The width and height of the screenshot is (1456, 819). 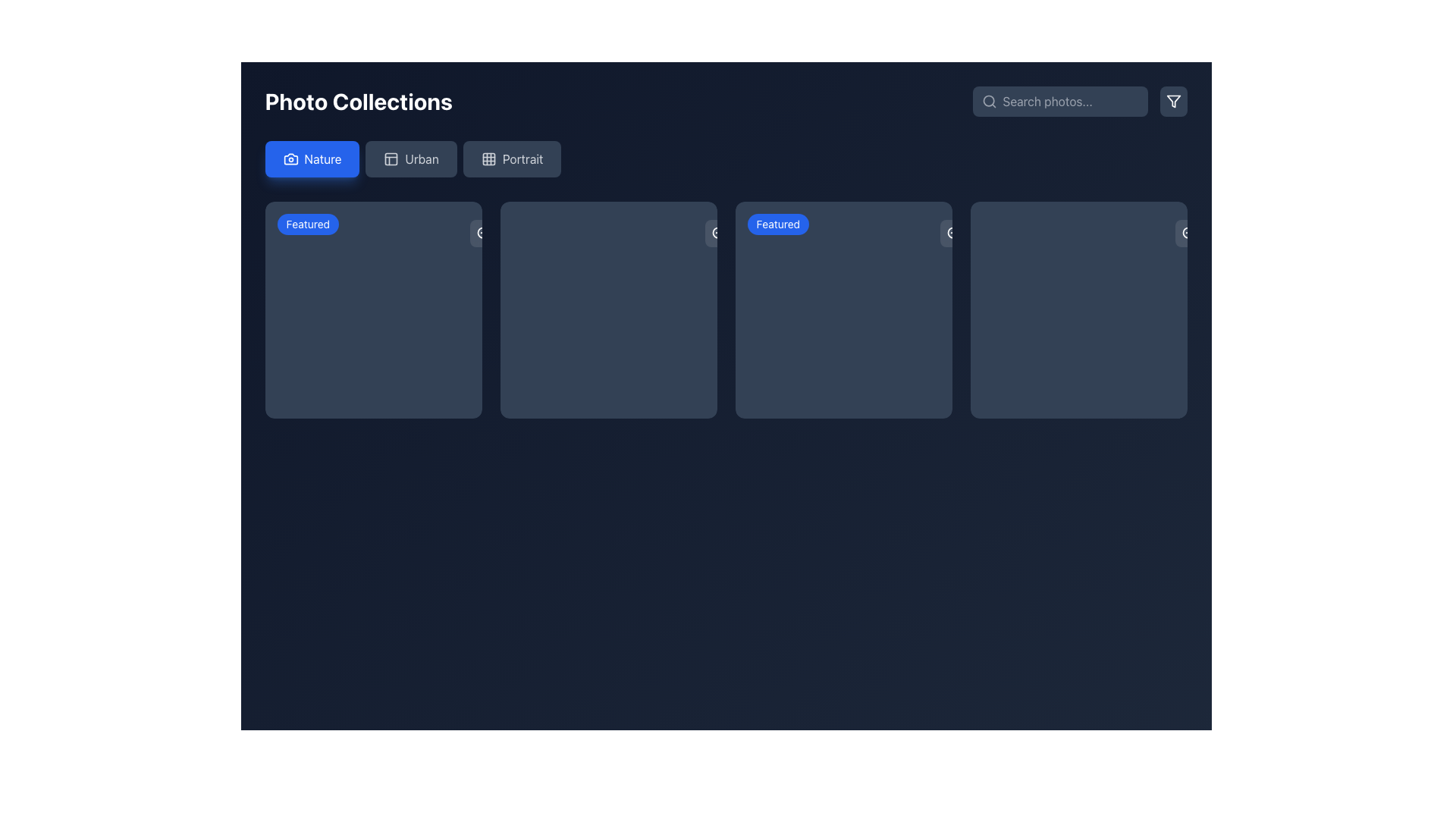 I want to click on the search input field located at the top-right corner of the interface, which has a placeholder text 'Search photos...' to type search queries, so click(x=1079, y=102).